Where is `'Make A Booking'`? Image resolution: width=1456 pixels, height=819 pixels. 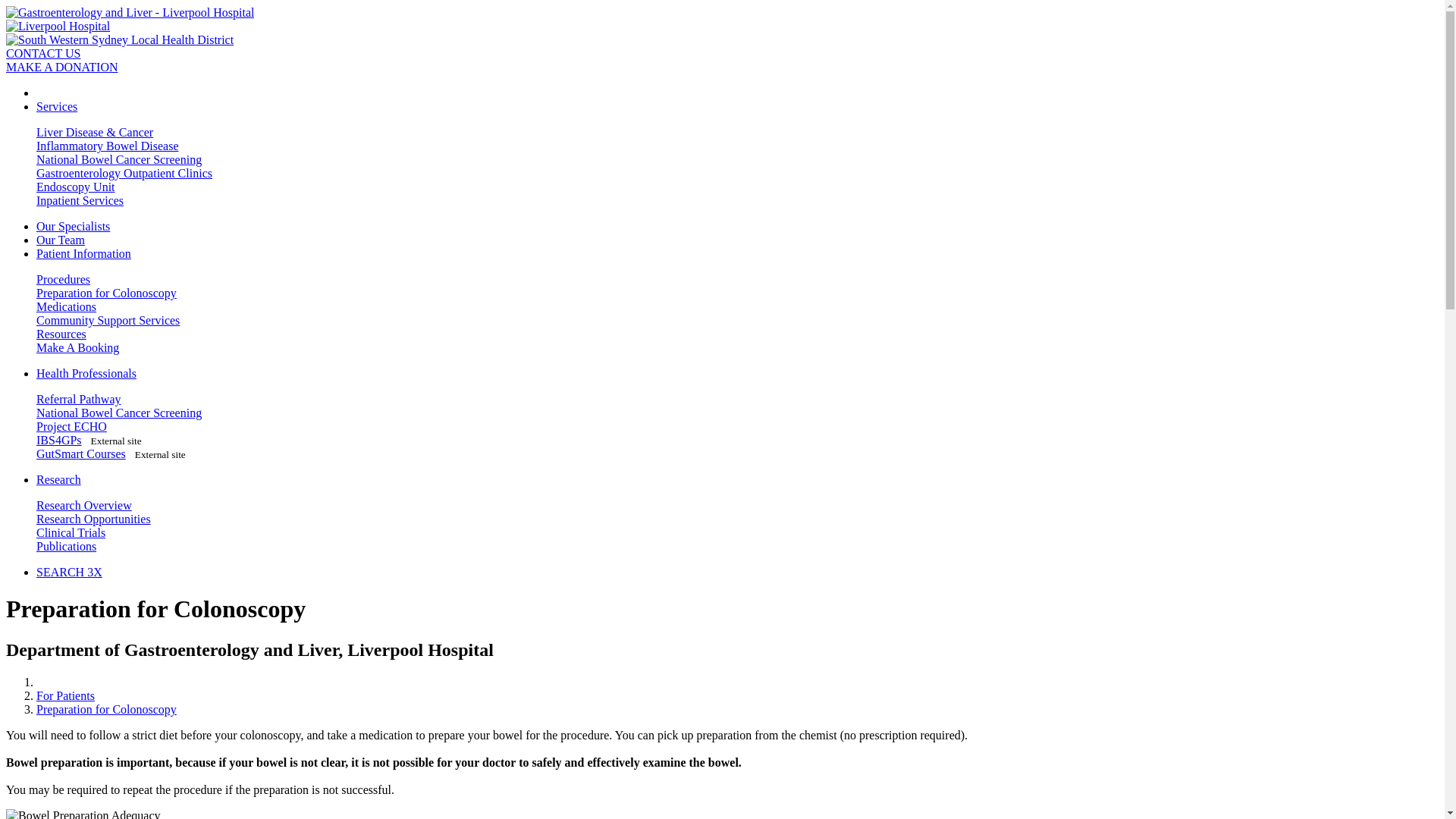
'Make A Booking' is located at coordinates (77, 347).